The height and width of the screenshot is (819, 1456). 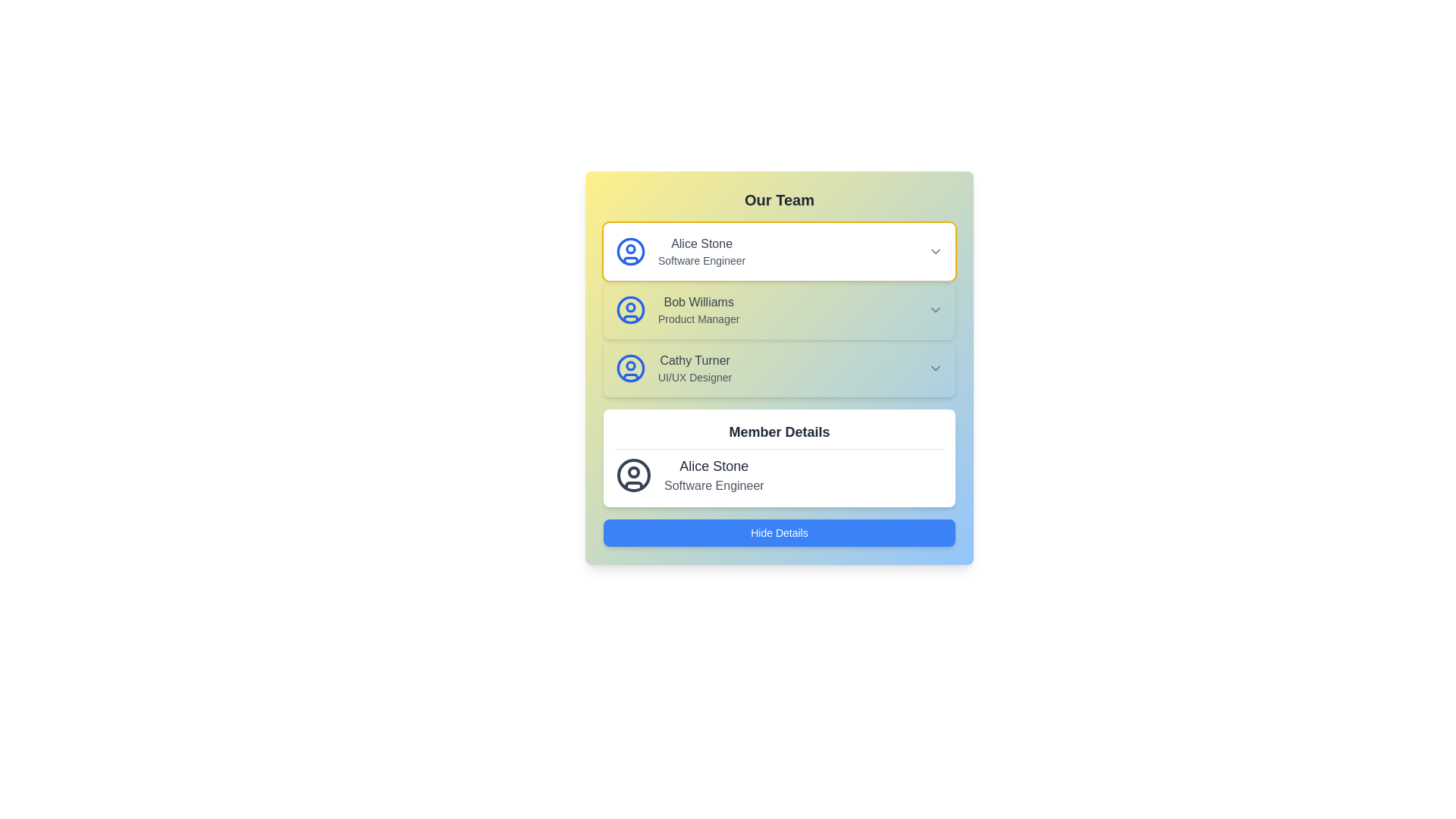 What do you see at coordinates (630, 369) in the screenshot?
I see `the circular user profile icon with a thick blue border, which is the first circular subcomponent in the topmost block of the list` at bounding box center [630, 369].